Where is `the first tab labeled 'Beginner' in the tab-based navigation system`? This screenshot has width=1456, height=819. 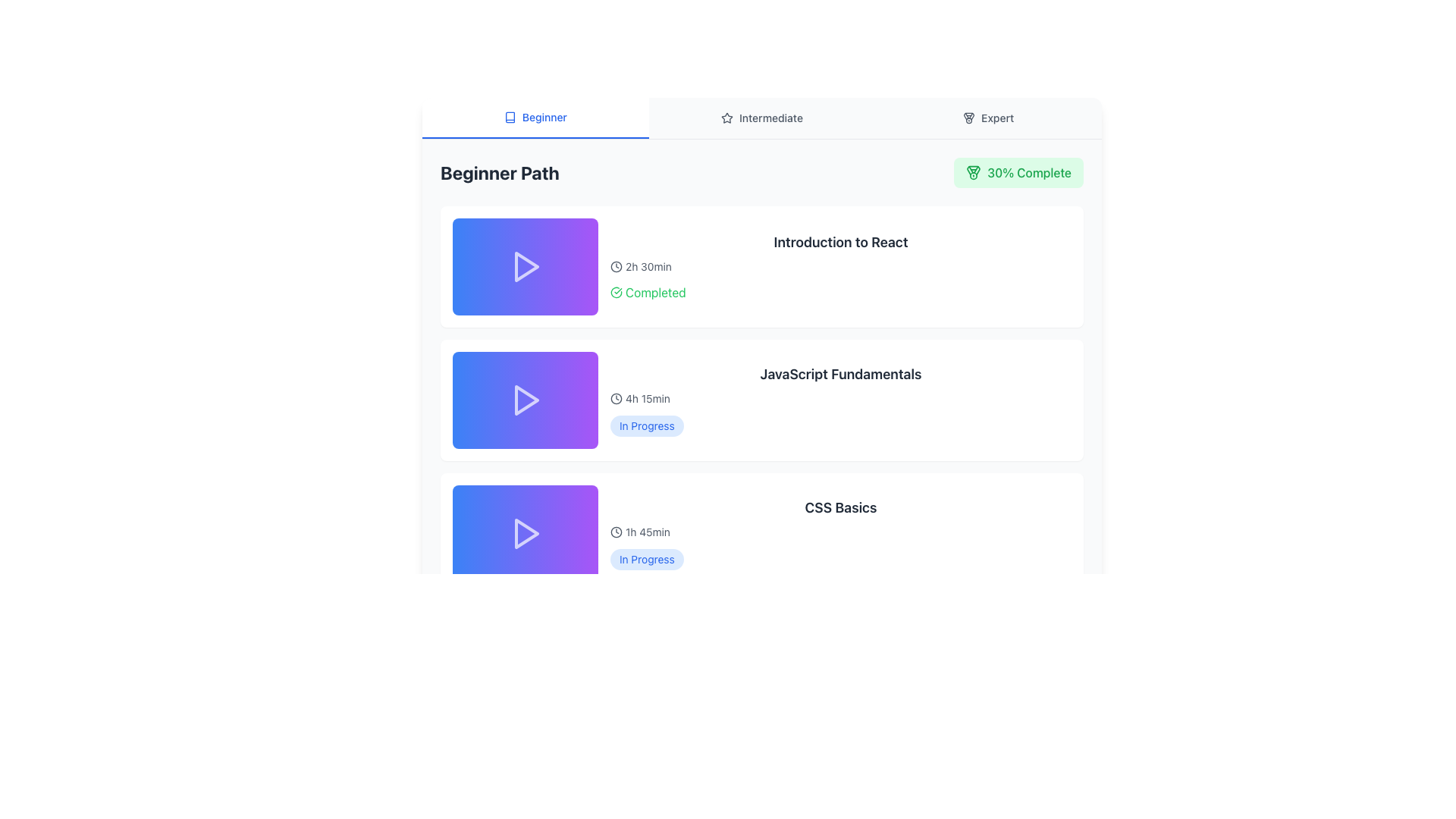 the first tab labeled 'Beginner' in the tab-based navigation system is located at coordinates (535, 117).